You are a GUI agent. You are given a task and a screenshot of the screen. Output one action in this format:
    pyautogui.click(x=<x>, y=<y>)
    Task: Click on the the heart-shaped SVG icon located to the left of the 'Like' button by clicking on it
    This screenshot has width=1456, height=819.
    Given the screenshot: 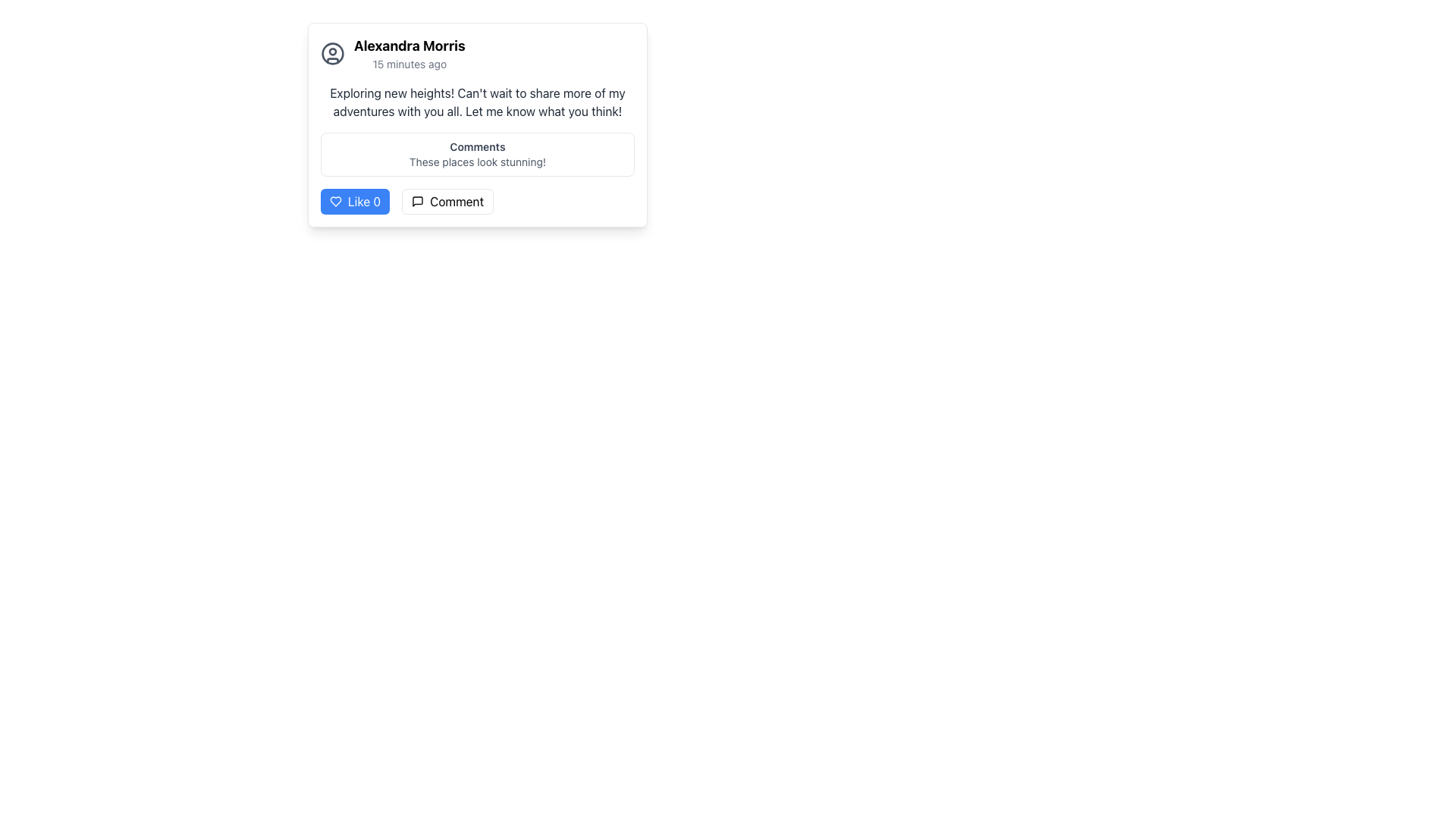 What is the action you would take?
    pyautogui.click(x=334, y=201)
    